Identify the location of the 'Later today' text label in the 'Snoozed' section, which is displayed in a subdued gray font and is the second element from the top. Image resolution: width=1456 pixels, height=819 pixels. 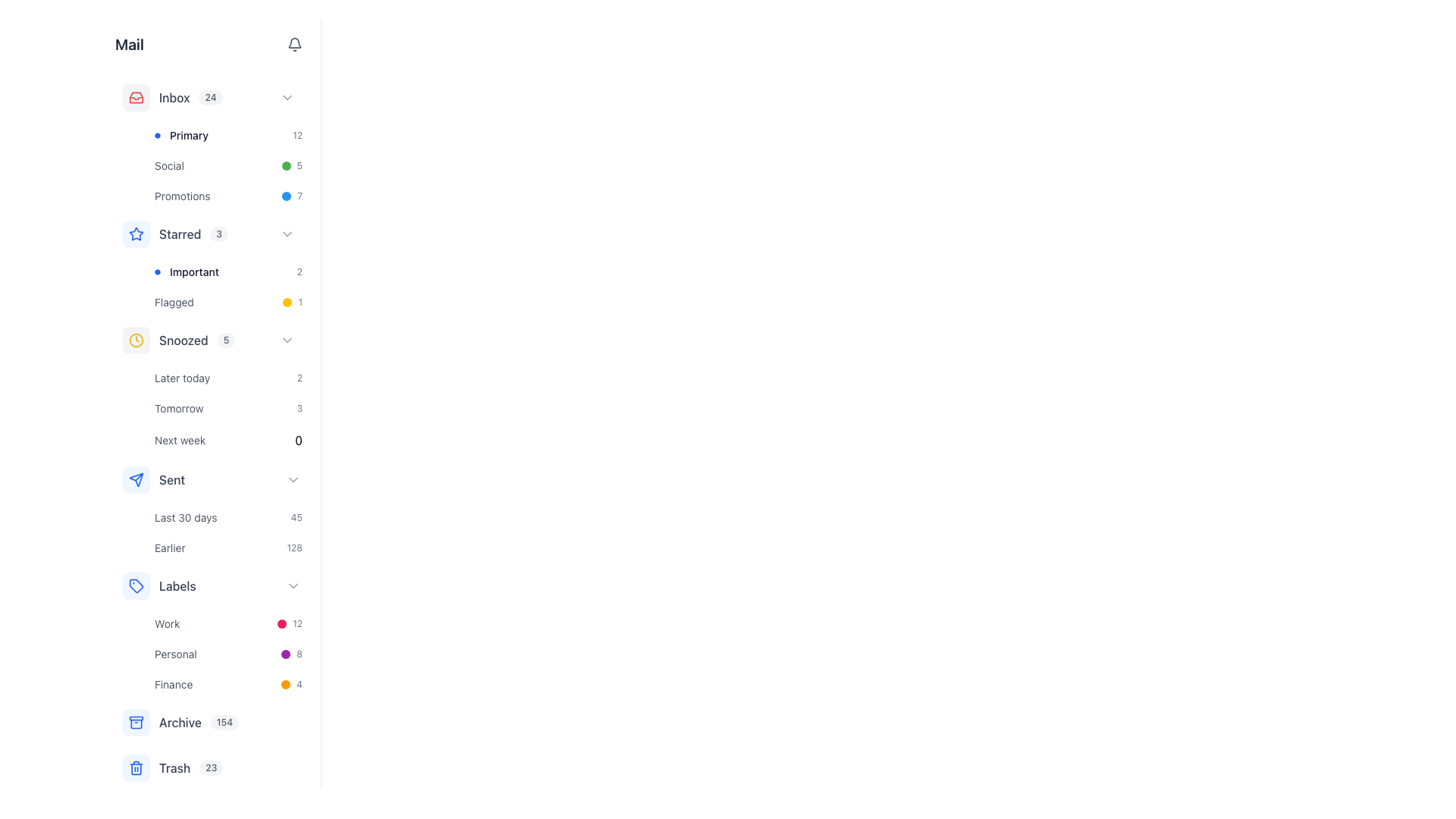
(182, 377).